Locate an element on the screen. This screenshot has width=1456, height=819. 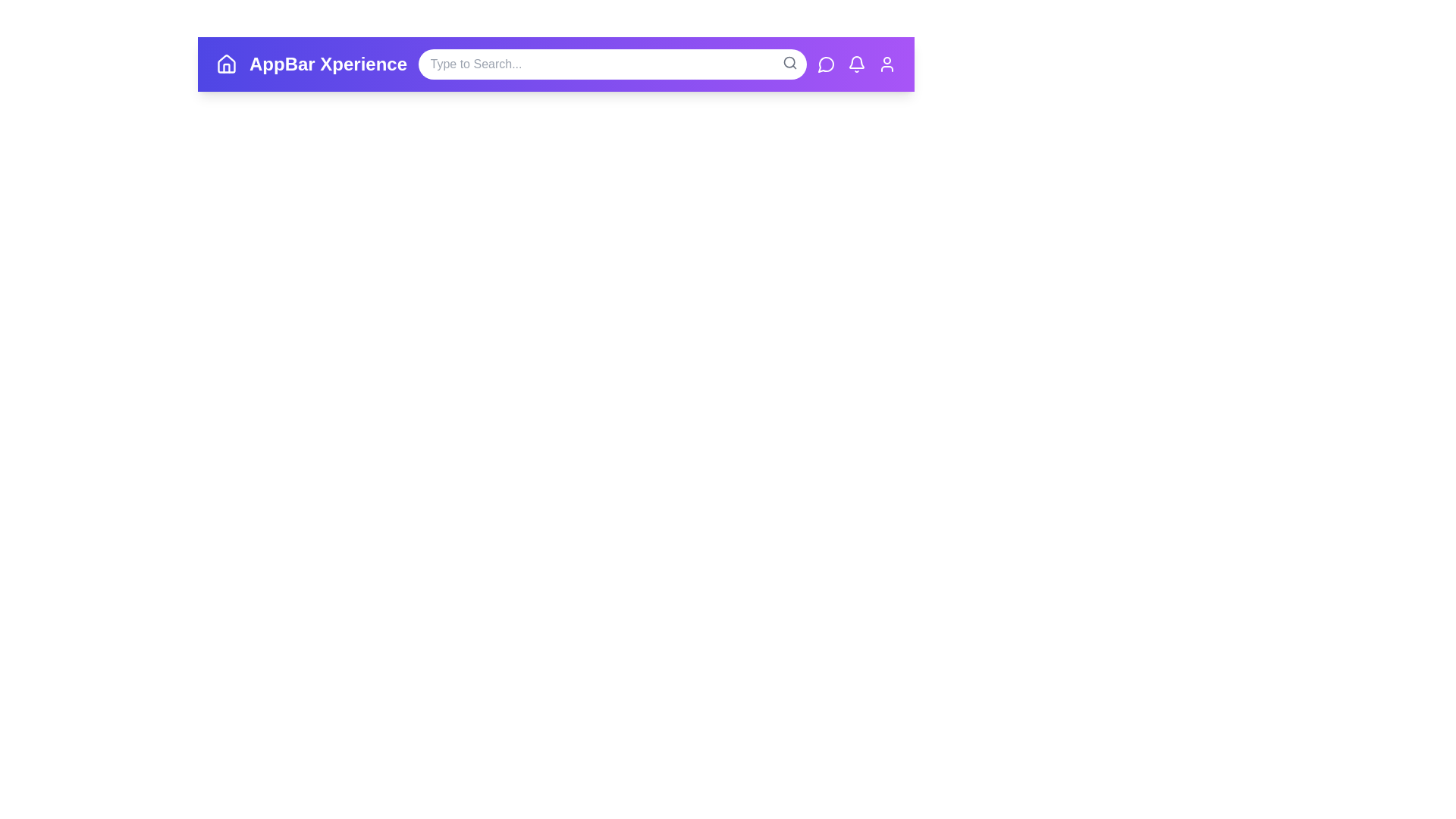
the notifications icon to observe its hover effect is located at coordinates (855, 63).